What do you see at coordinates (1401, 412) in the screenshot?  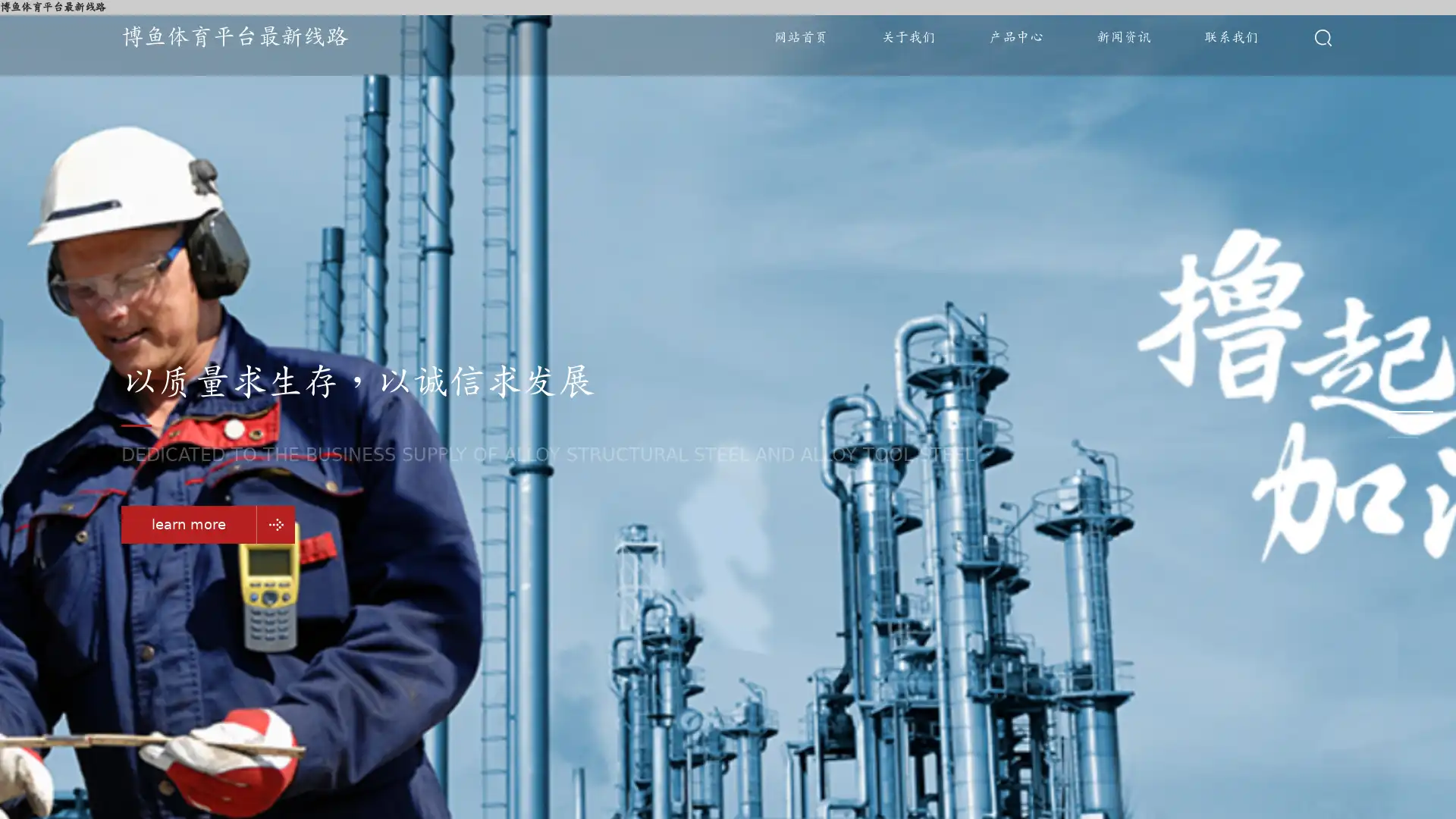 I see `Go to slide 1` at bounding box center [1401, 412].